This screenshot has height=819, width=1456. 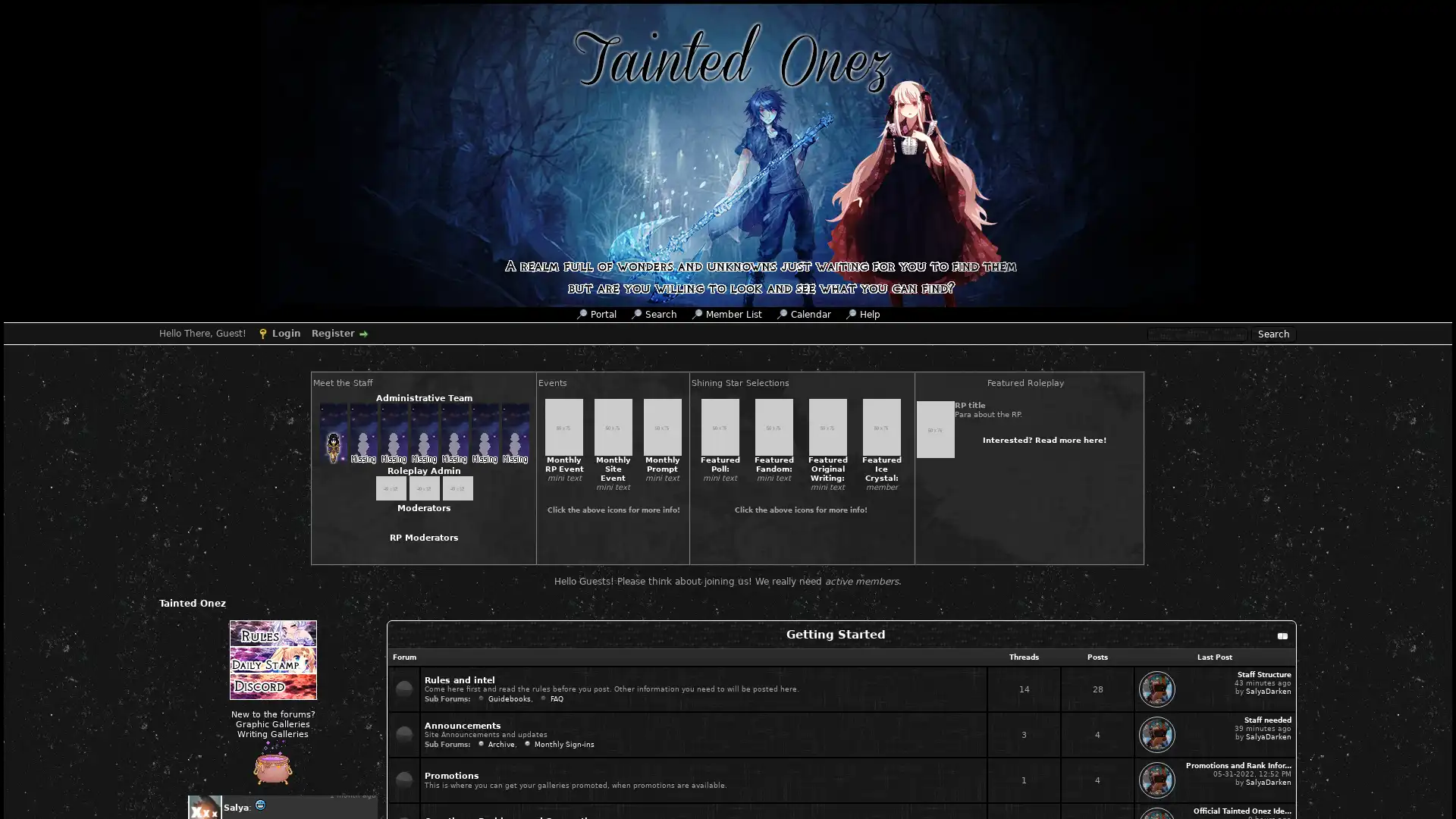 I want to click on Search, so click(x=1274, y=333).